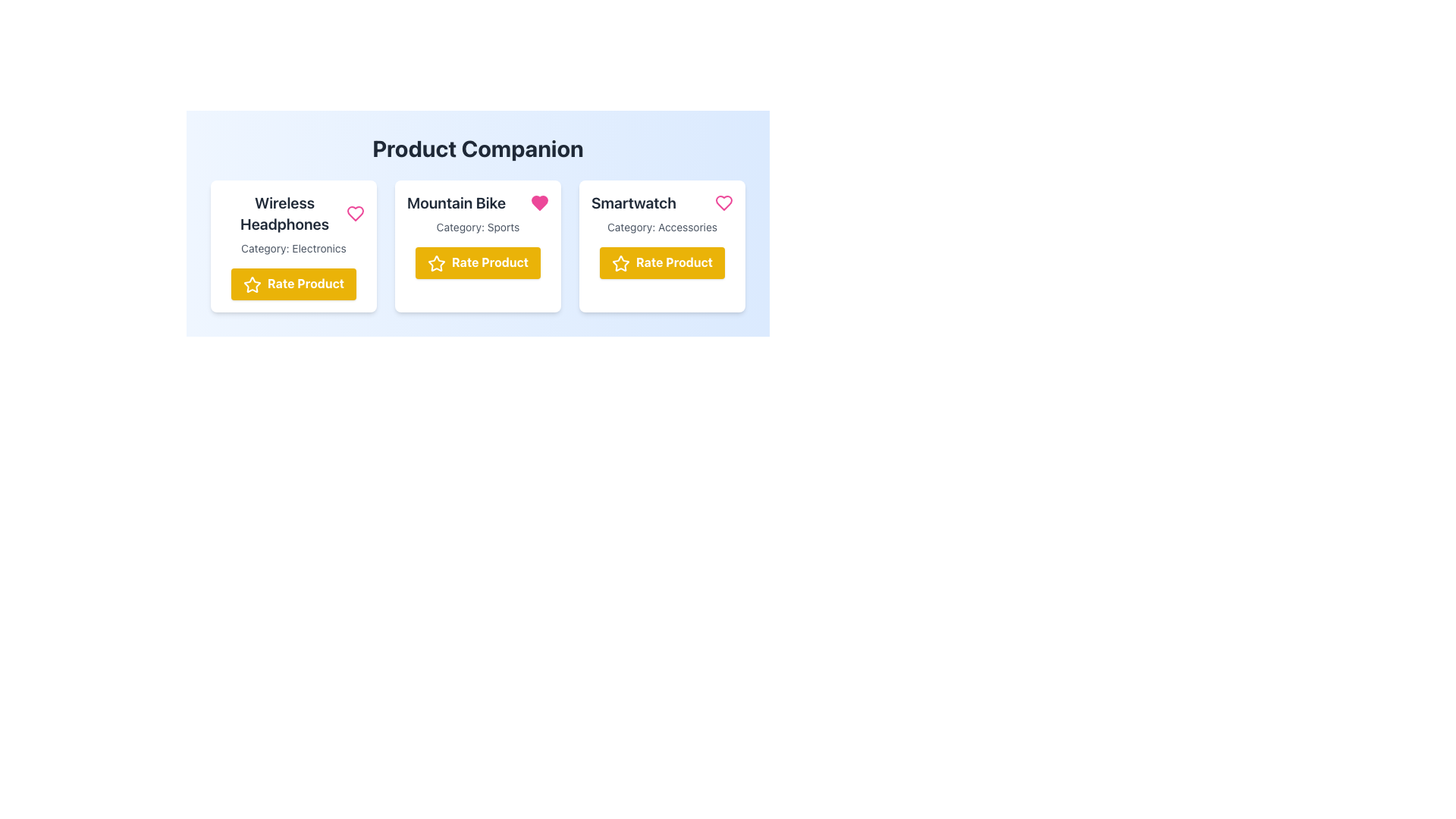 Image resolution: width=1456 pixels, height=819 pixels. I want to click on the pink heart-shaped icon located in the top-right corner of the 'Smartwatch' card for tooltip or highlight, so click(723, 202).